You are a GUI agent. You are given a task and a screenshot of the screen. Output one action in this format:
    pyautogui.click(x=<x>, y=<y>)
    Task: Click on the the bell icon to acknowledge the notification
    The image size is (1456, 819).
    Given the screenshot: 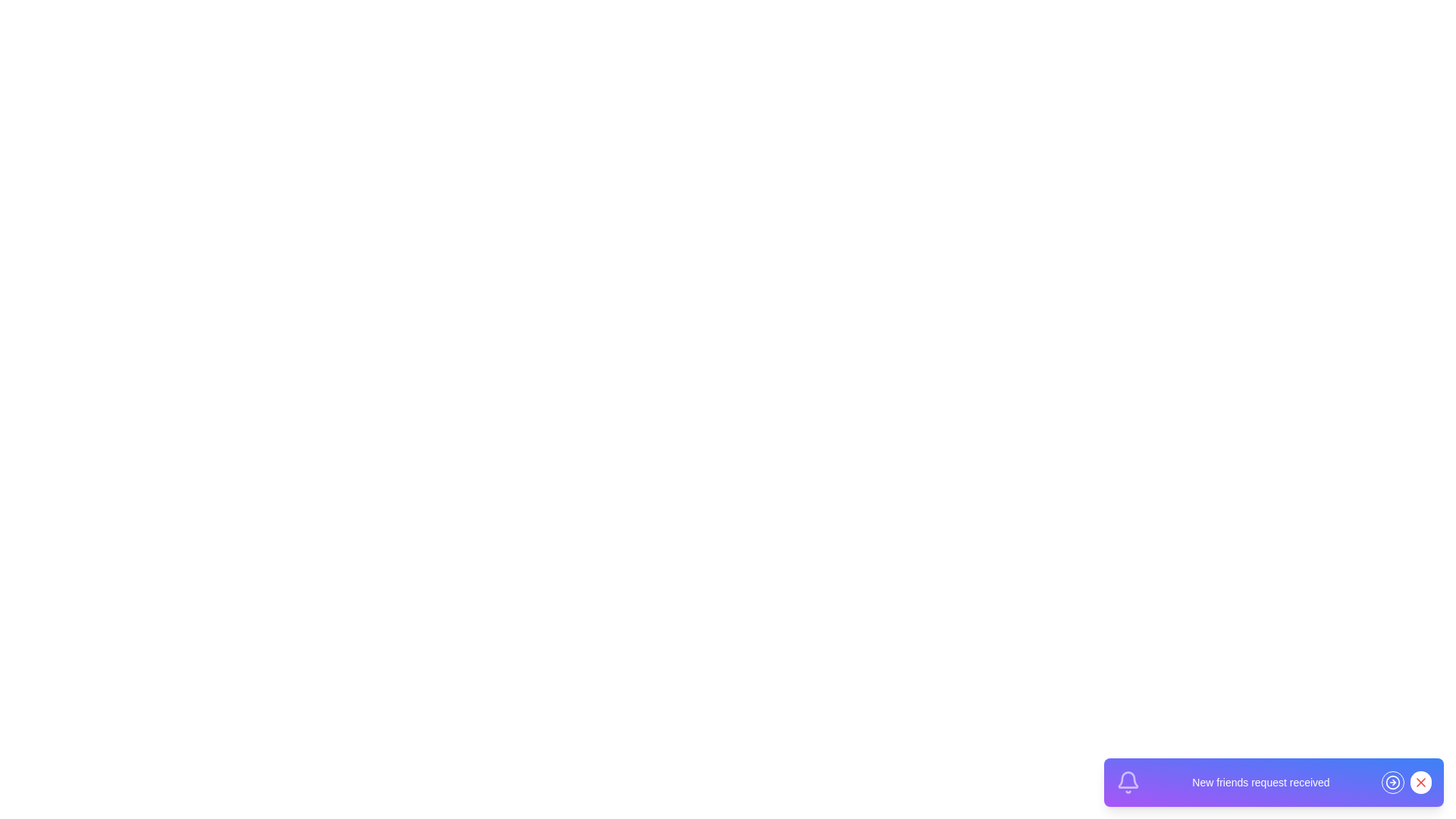 What is the action you would take?
    pyautogui.click(x=1128, y=783)
    